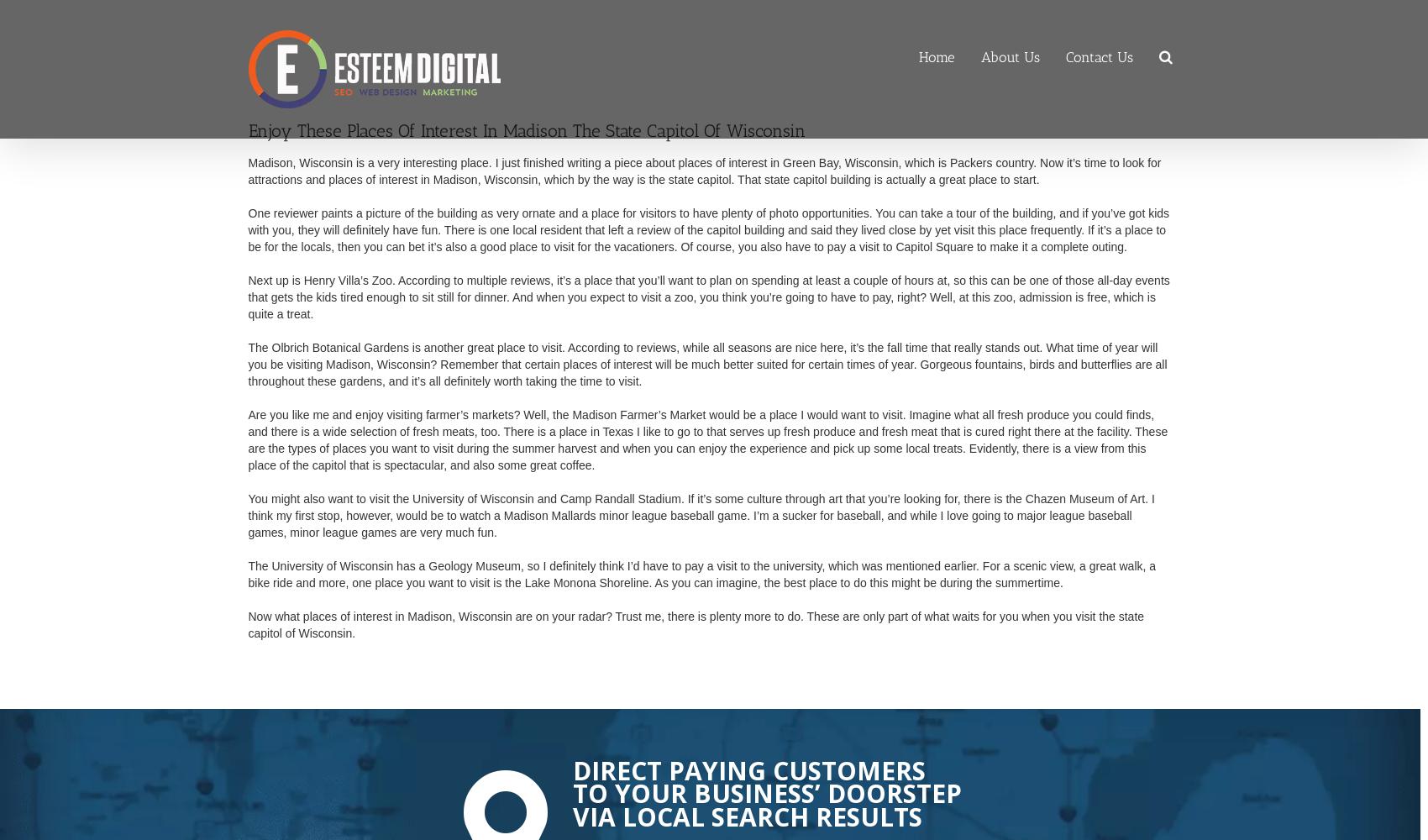 Image resolution: width=1428 pixels, height=840 pixels. Describe the element at coordinates (247, 514) in the screenshot. I see `'You might also want to visit the University of Wisconsin and Camp Randall Stadium. If it’s some culture through art that you’re looking for, there is the Chazen Museum of Art. I think my first stop, however, would be to watch a Madison Mallards minor league baseball game. I’m a sucker for baseball, and while I love going to major league baseball games, minor league games are very much fun.'` at that location.